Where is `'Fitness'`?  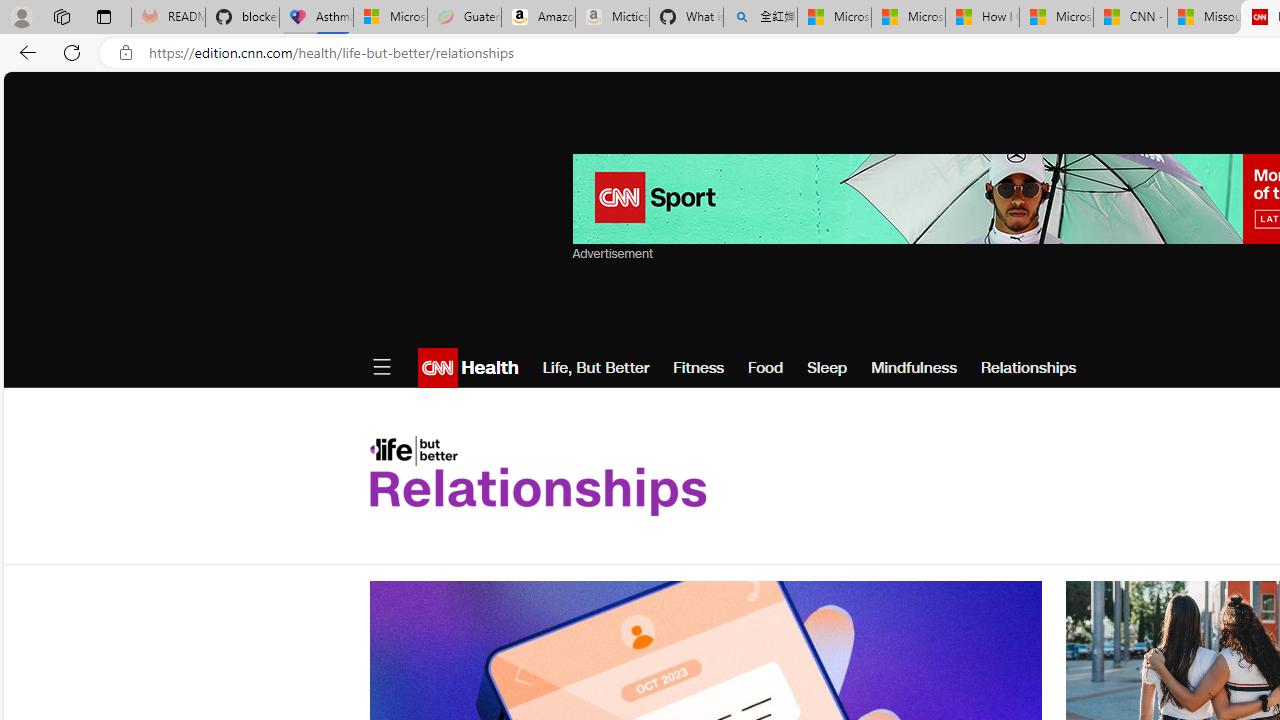 'Fitness' is located at coordinates (698, 367).